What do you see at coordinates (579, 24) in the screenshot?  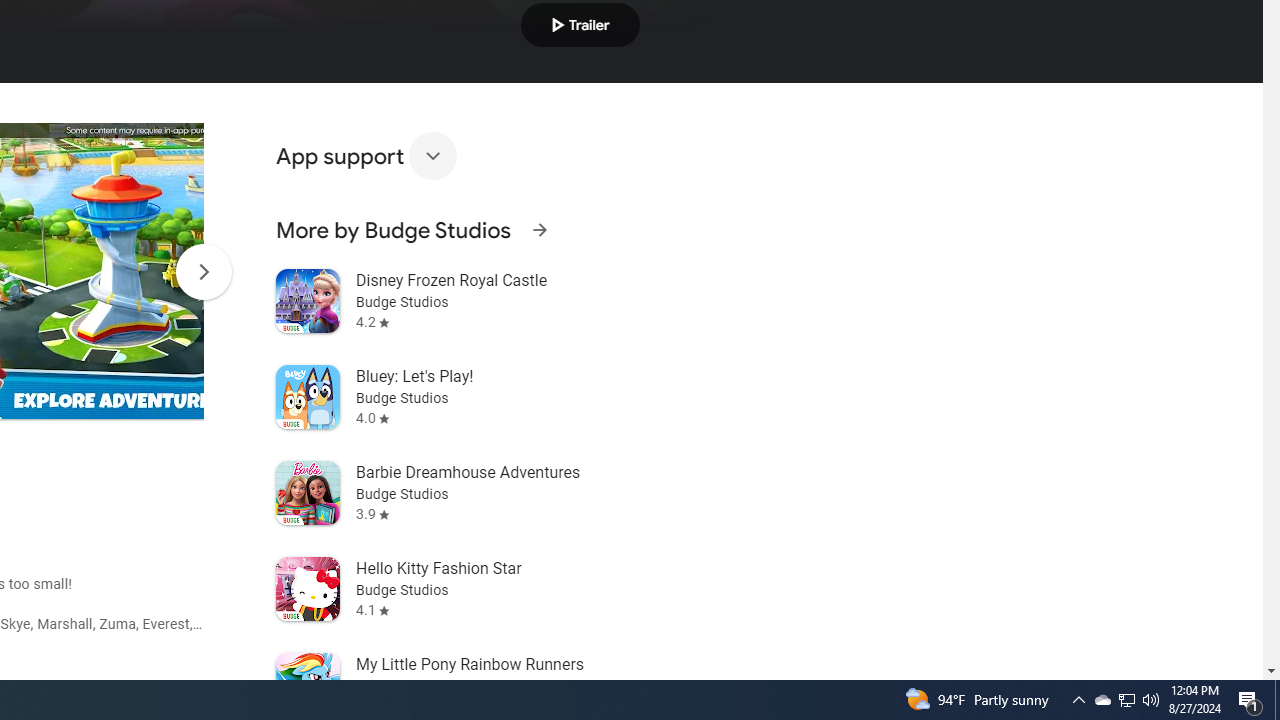 I see `'Play trailer'` at bounding box center [579, 24].